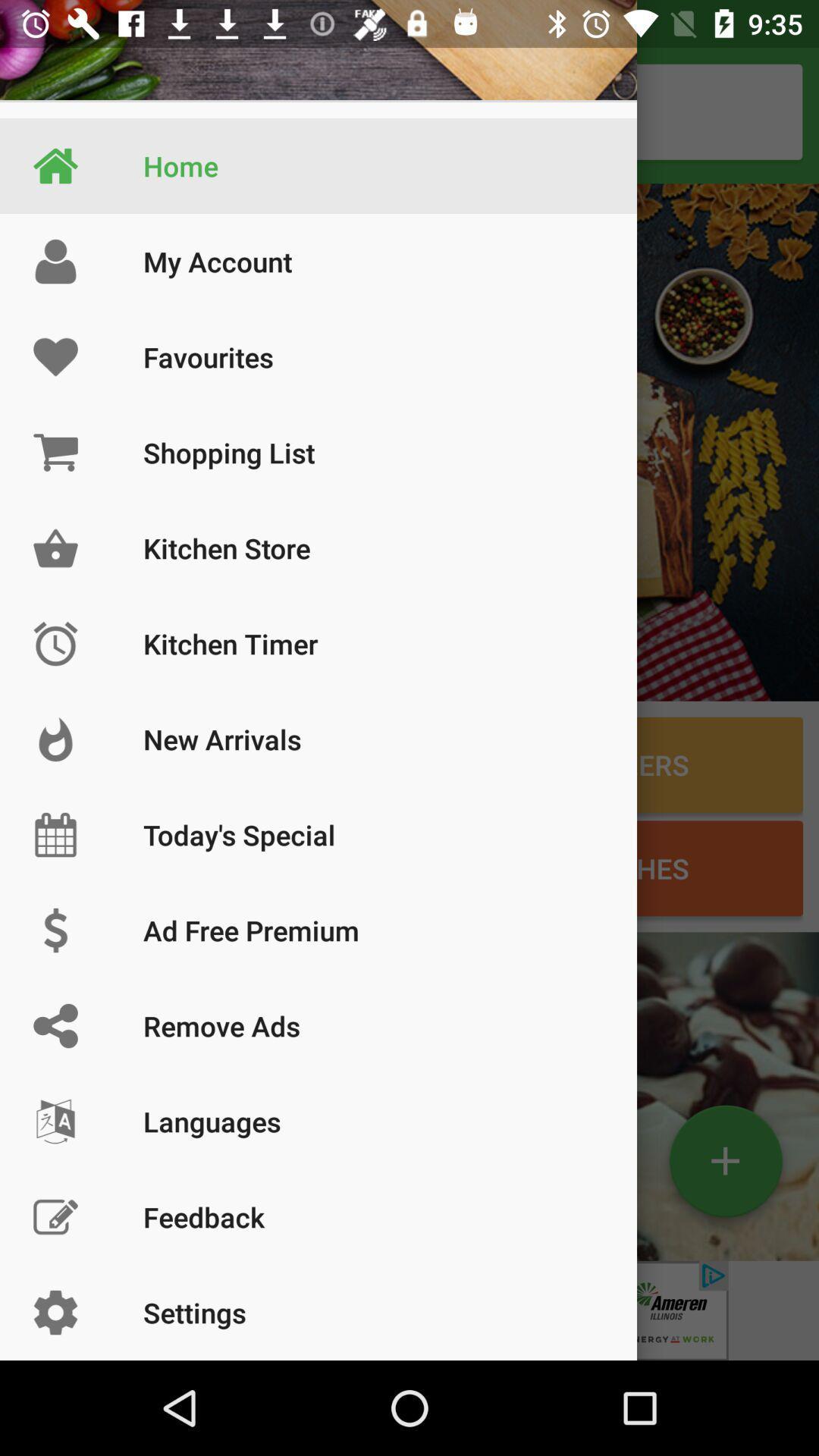  Describe the element at coordinates (724, 1166) in the screenshot. I see `the add icon` at that location.